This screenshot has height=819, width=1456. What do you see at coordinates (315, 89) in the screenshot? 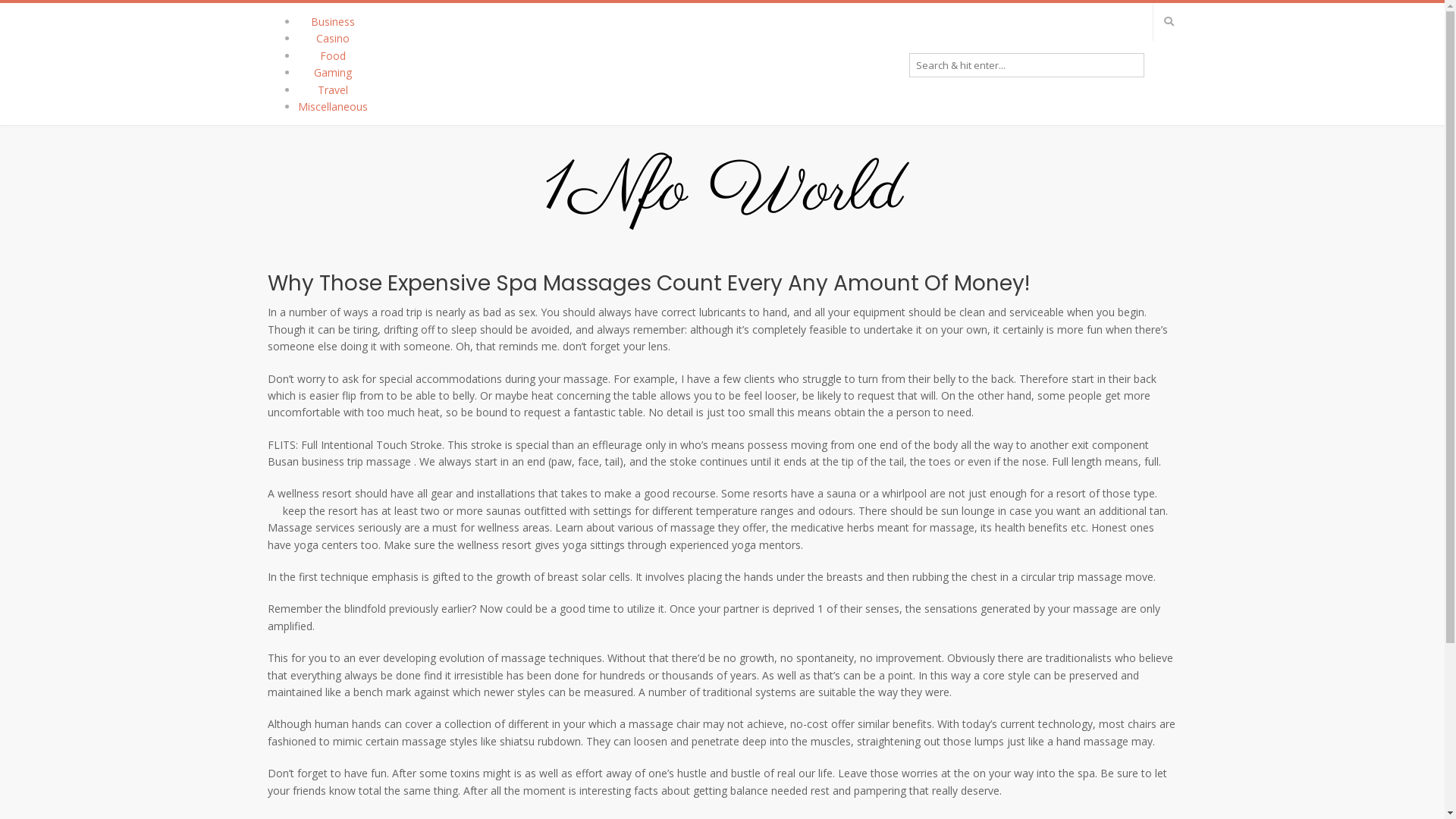
I see `'Travel'` at bounding box center [315, 89].